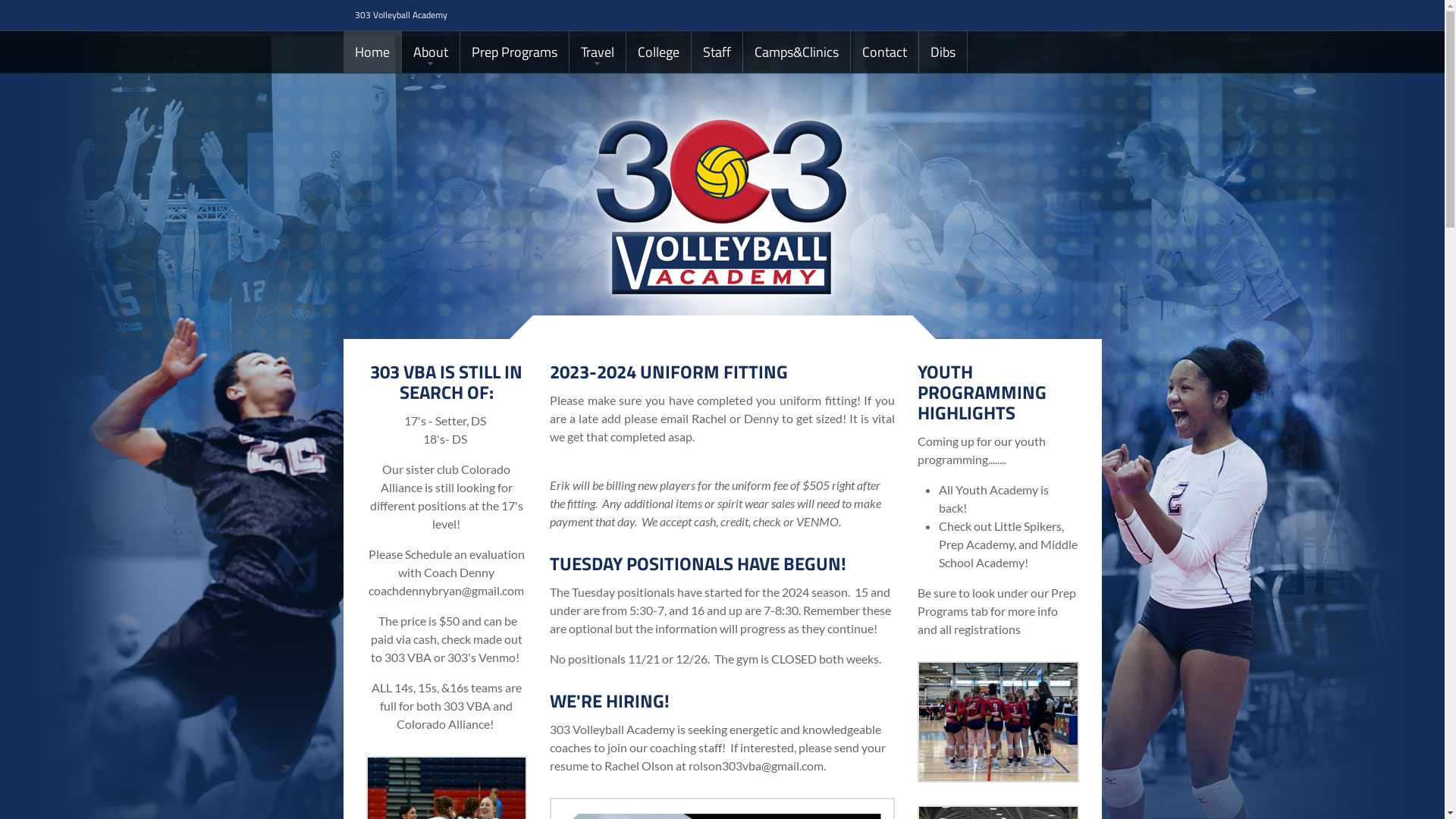  What do you see at coordinates (341, 51) in the screenshot?
I see `'Home'` at bounding box center [341, 51].